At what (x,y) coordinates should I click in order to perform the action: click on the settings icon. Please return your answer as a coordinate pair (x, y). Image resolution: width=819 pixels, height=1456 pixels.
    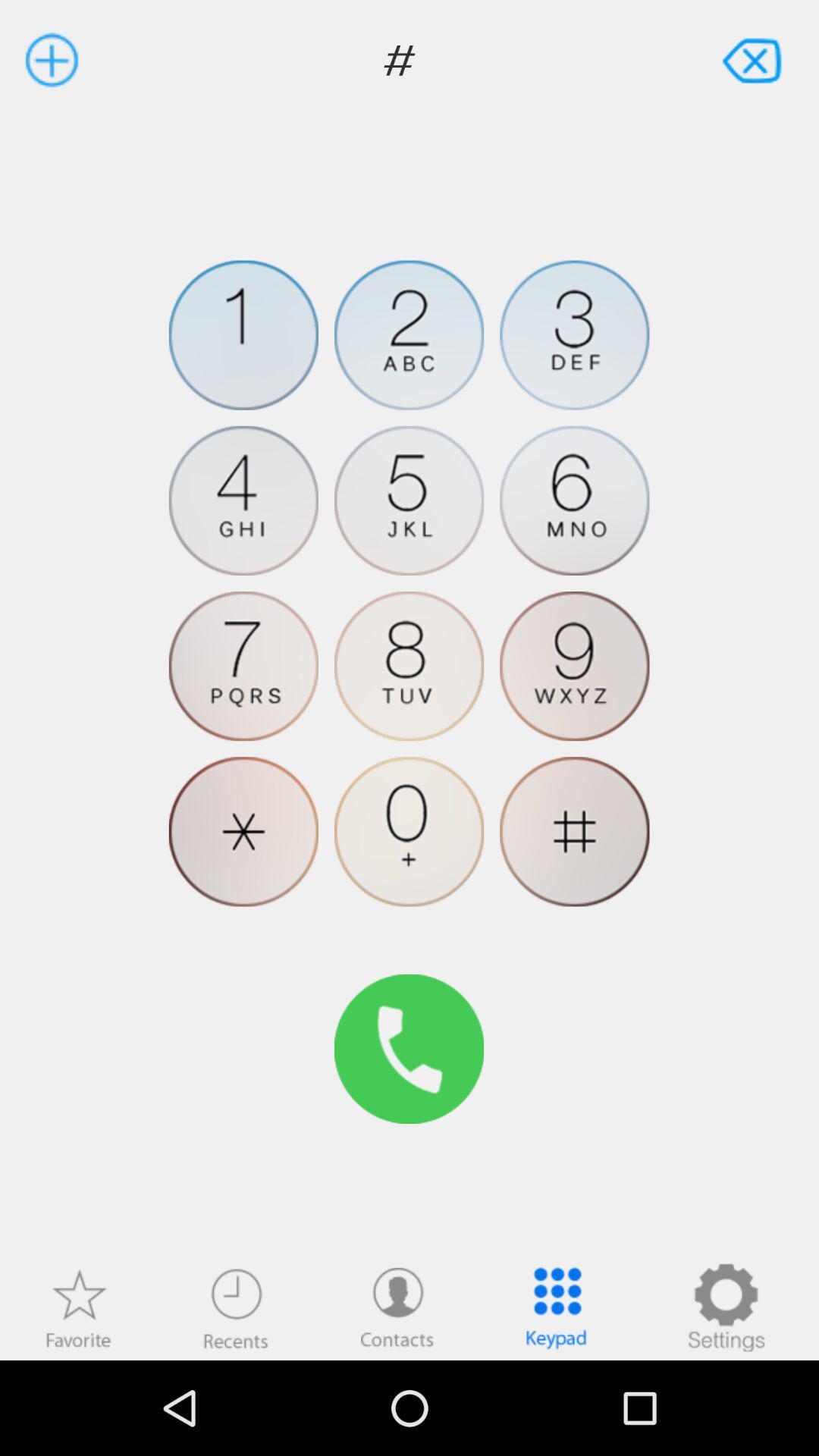
    Looking at the image, I should click on (725, 1398).